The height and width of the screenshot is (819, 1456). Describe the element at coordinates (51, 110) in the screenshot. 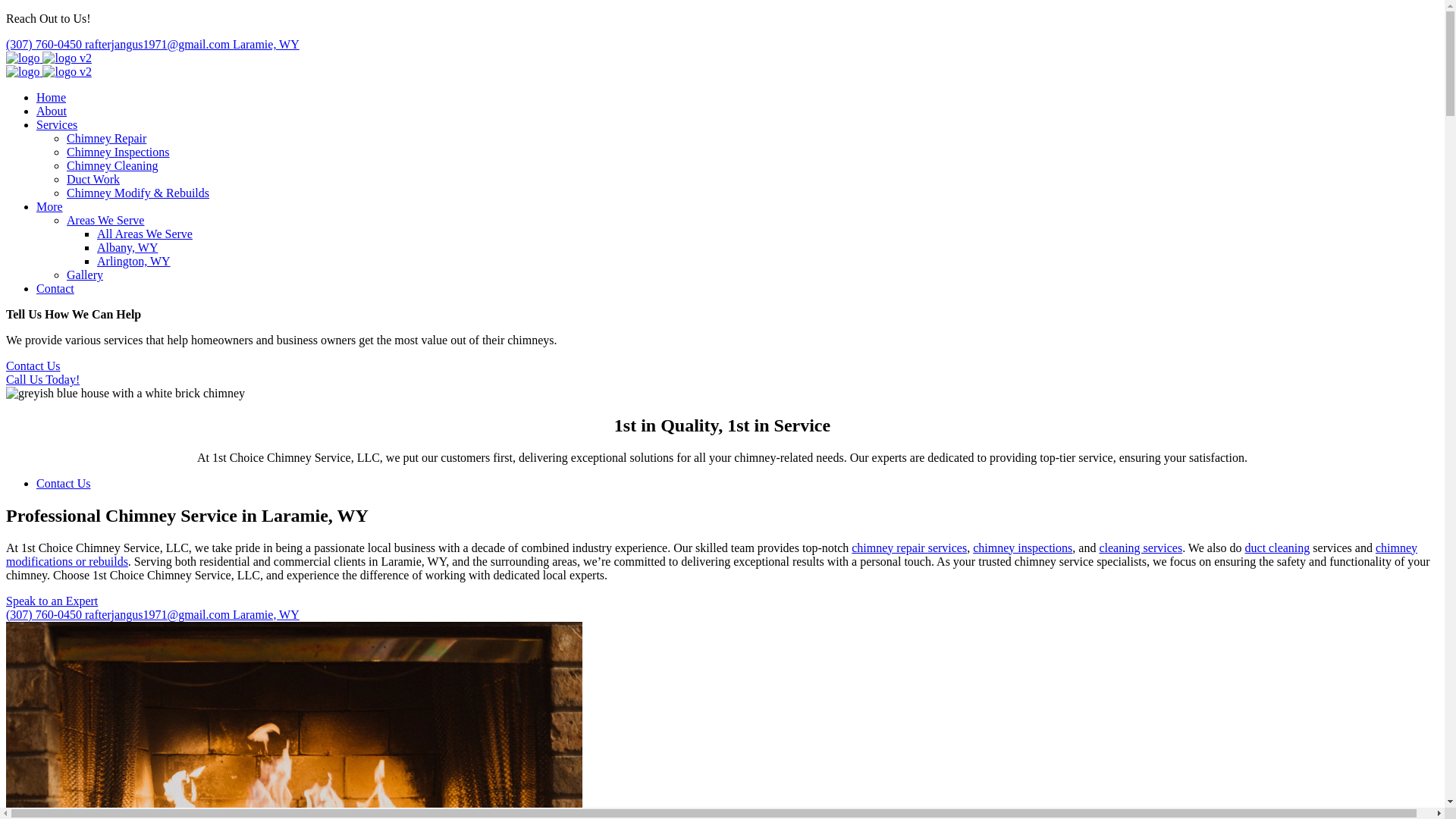

I see `'About'` at that location.